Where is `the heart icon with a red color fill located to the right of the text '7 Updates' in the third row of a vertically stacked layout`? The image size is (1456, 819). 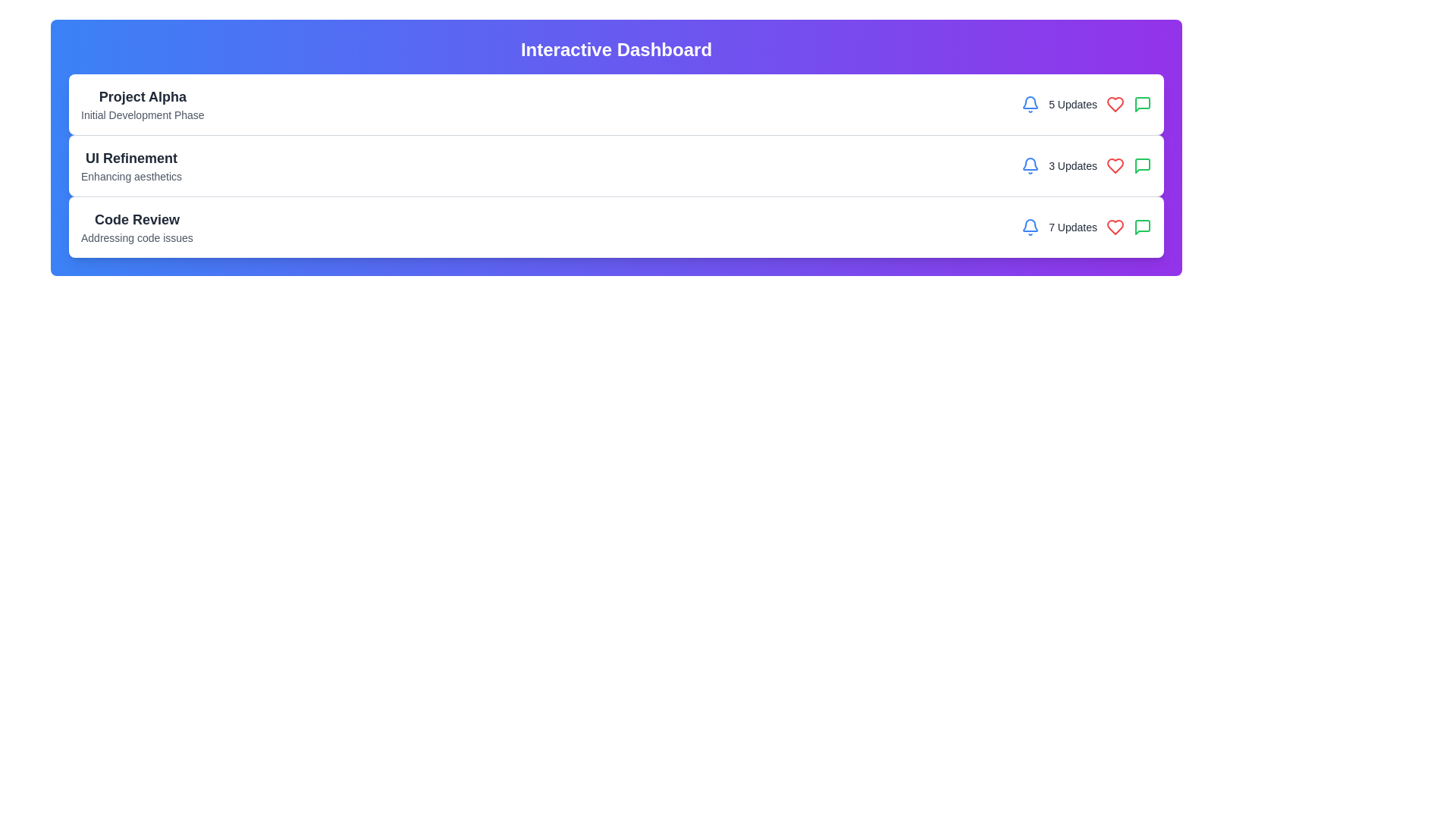
the heart icon with a red color fill located to the right of the text '7 Updates' in the third row of a vertically stacked layout is located at coordinates (1115, 227).